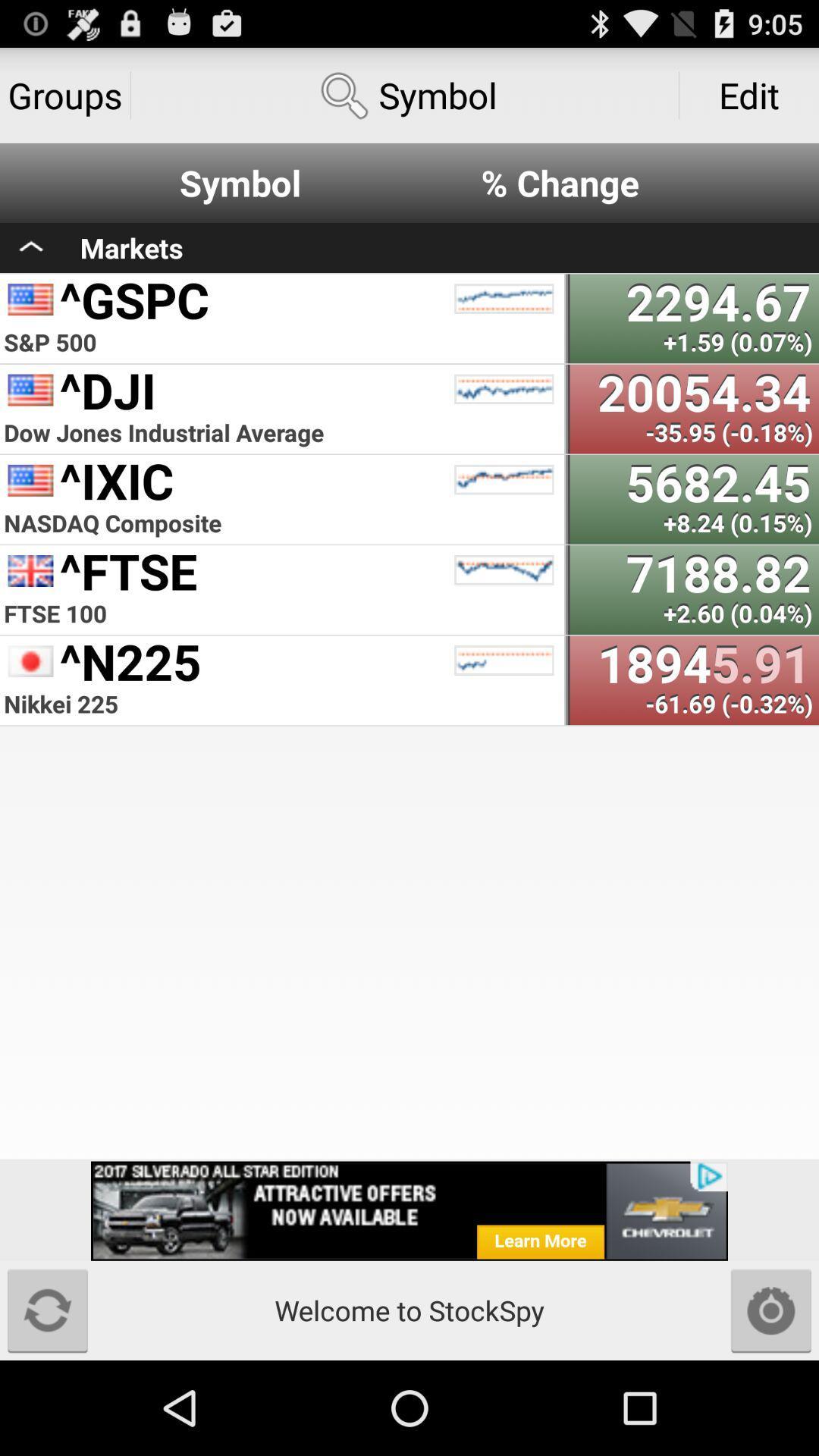  What do you see at coordinates (46, 1310) in the screenshot?
I see `refresh` at bounding box center [46, 1310].